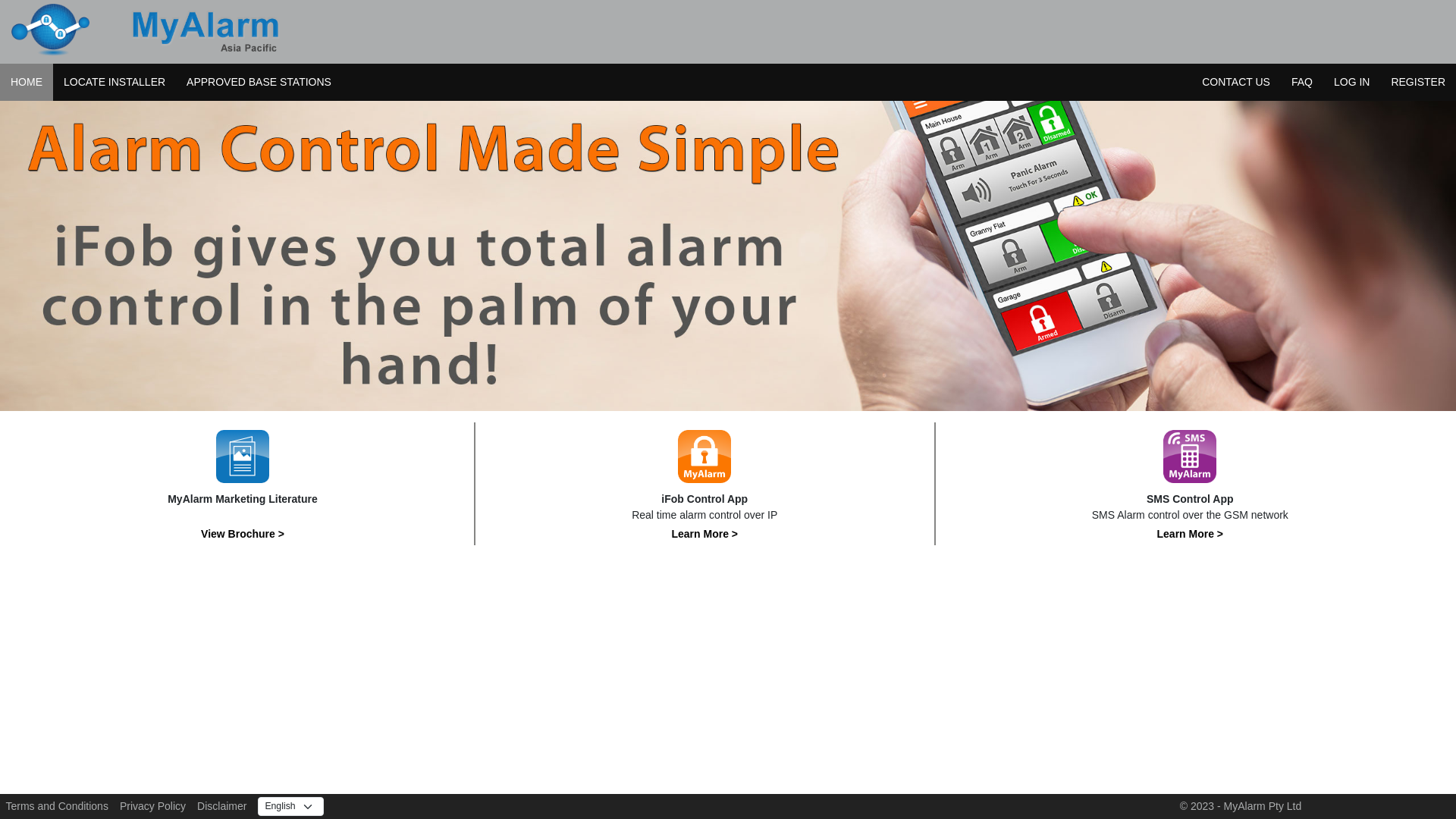  What do you see at coordinates (1323, 82) in the screenshot?
I see `'LOG IN'` at bounding box center [1323, 82].